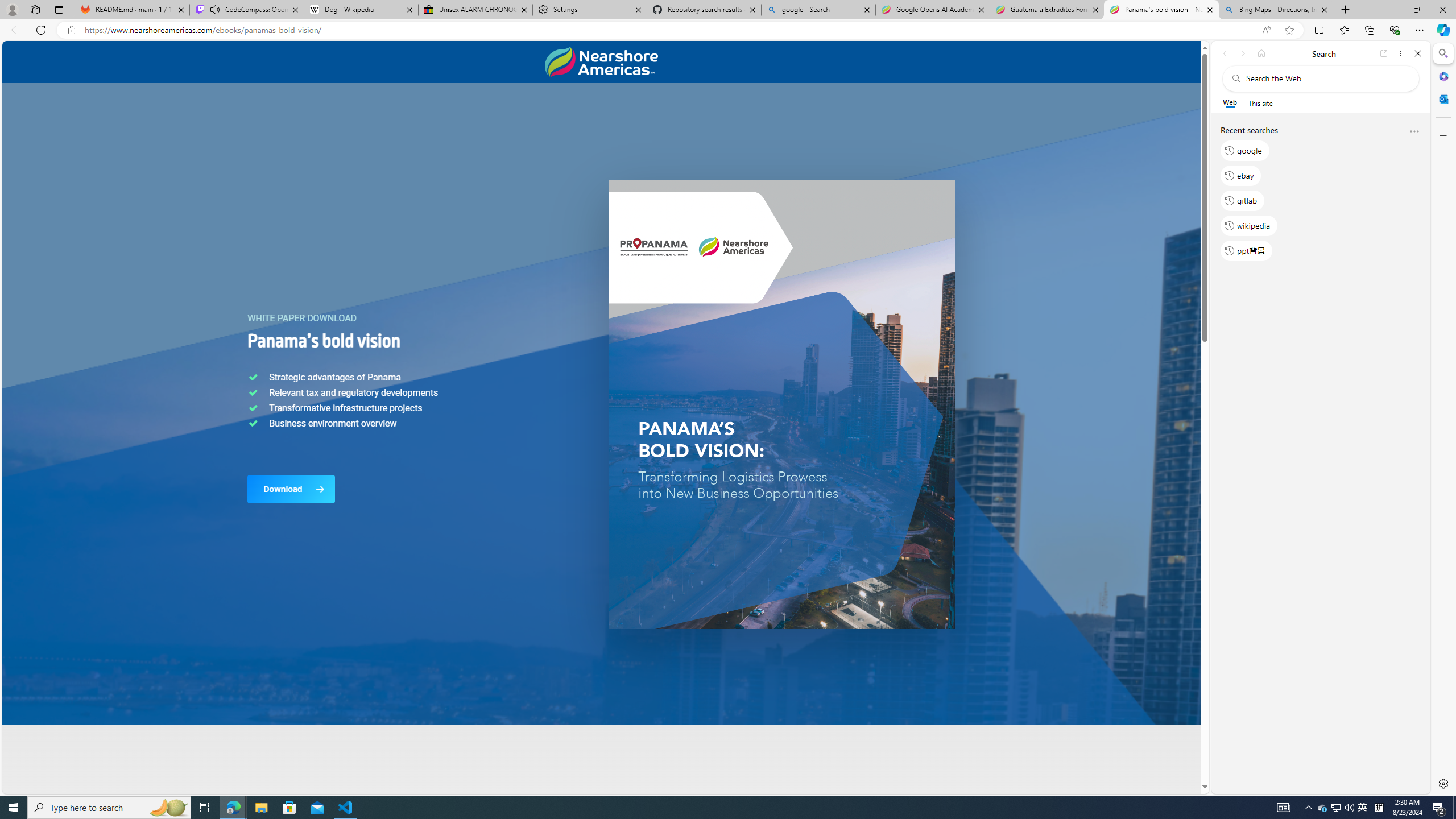 The image size is (1456, 819). I want to click on 'Dog - Wikipedia', so click(360, 9).